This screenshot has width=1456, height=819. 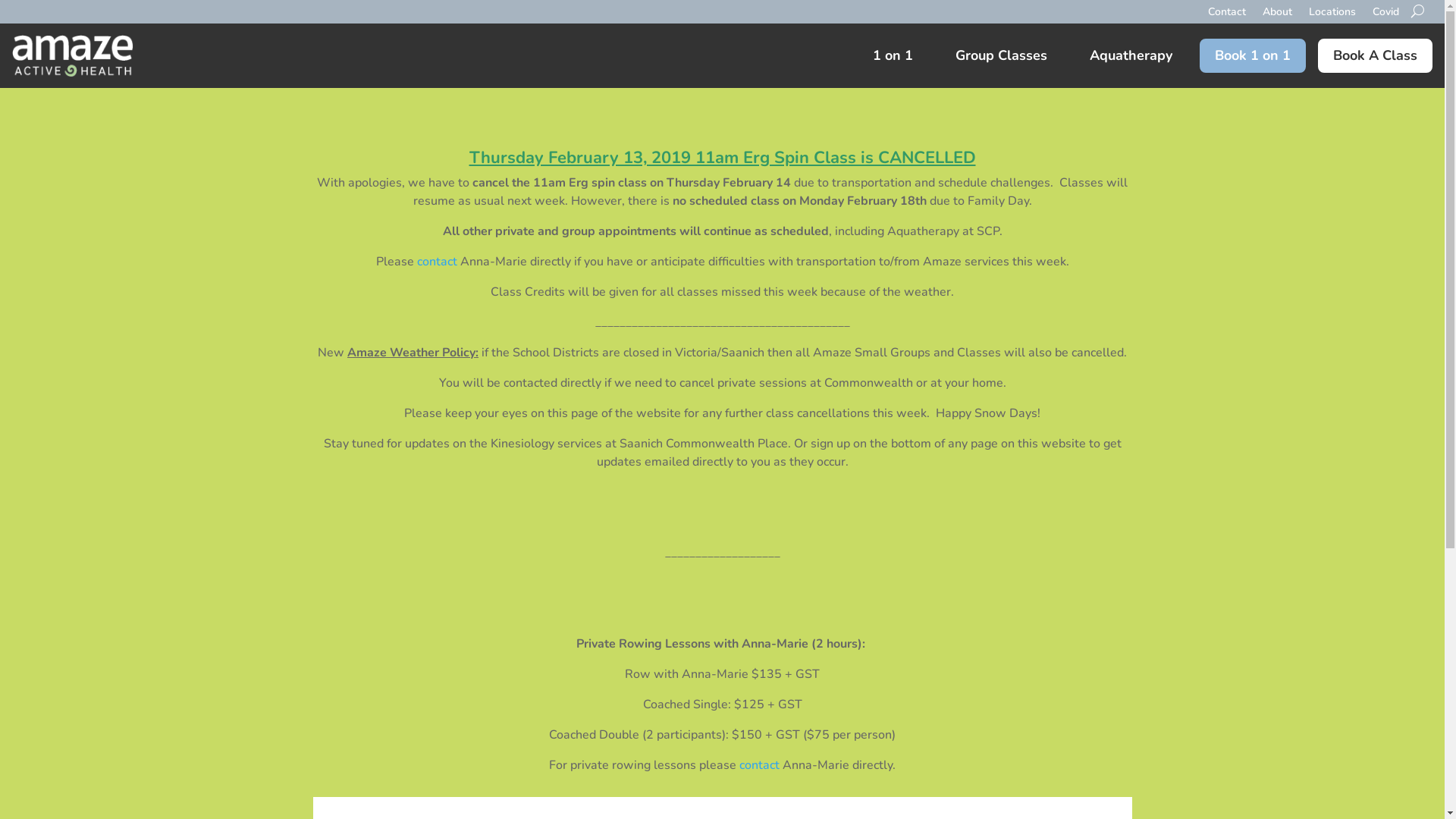 What do you see at coordinates (893, 55) in the screenshot?
I see `'1 on 1'` at bounding box center [893, 55].